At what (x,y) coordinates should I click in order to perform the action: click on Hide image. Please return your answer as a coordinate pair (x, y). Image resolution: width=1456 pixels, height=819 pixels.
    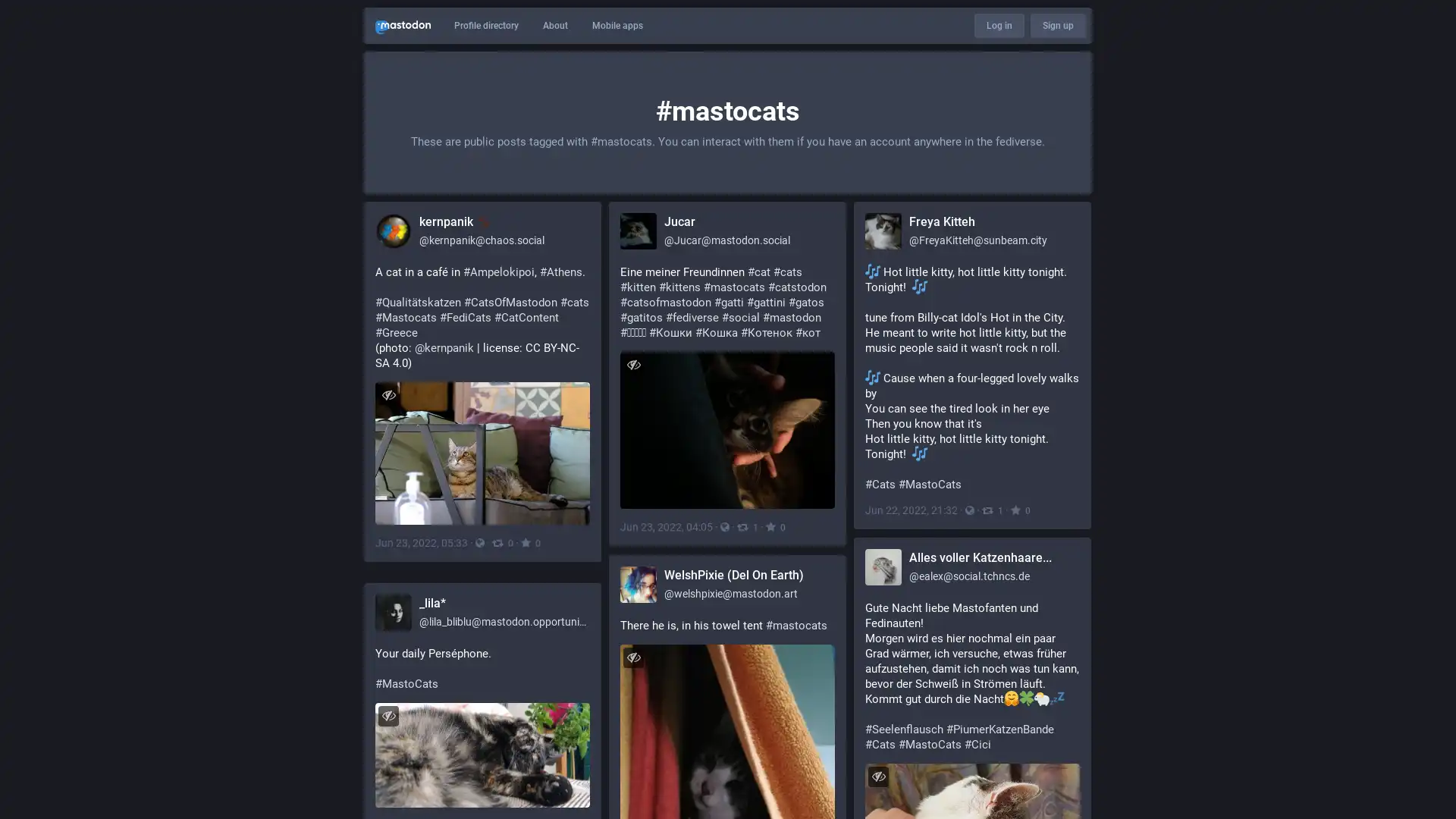
    Looking at the image, I should click on (633, 364).